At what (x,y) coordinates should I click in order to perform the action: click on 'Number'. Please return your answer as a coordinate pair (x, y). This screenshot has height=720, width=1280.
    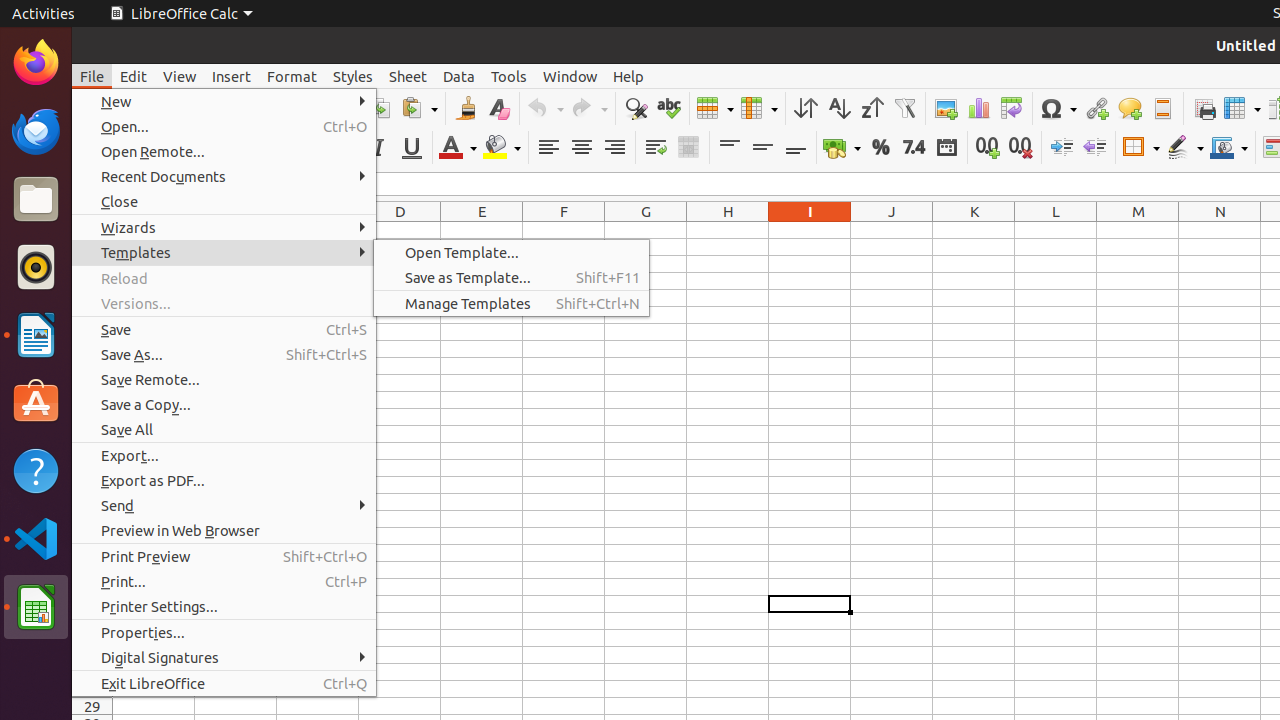
    Looking at the image, I should click on (912, 146).